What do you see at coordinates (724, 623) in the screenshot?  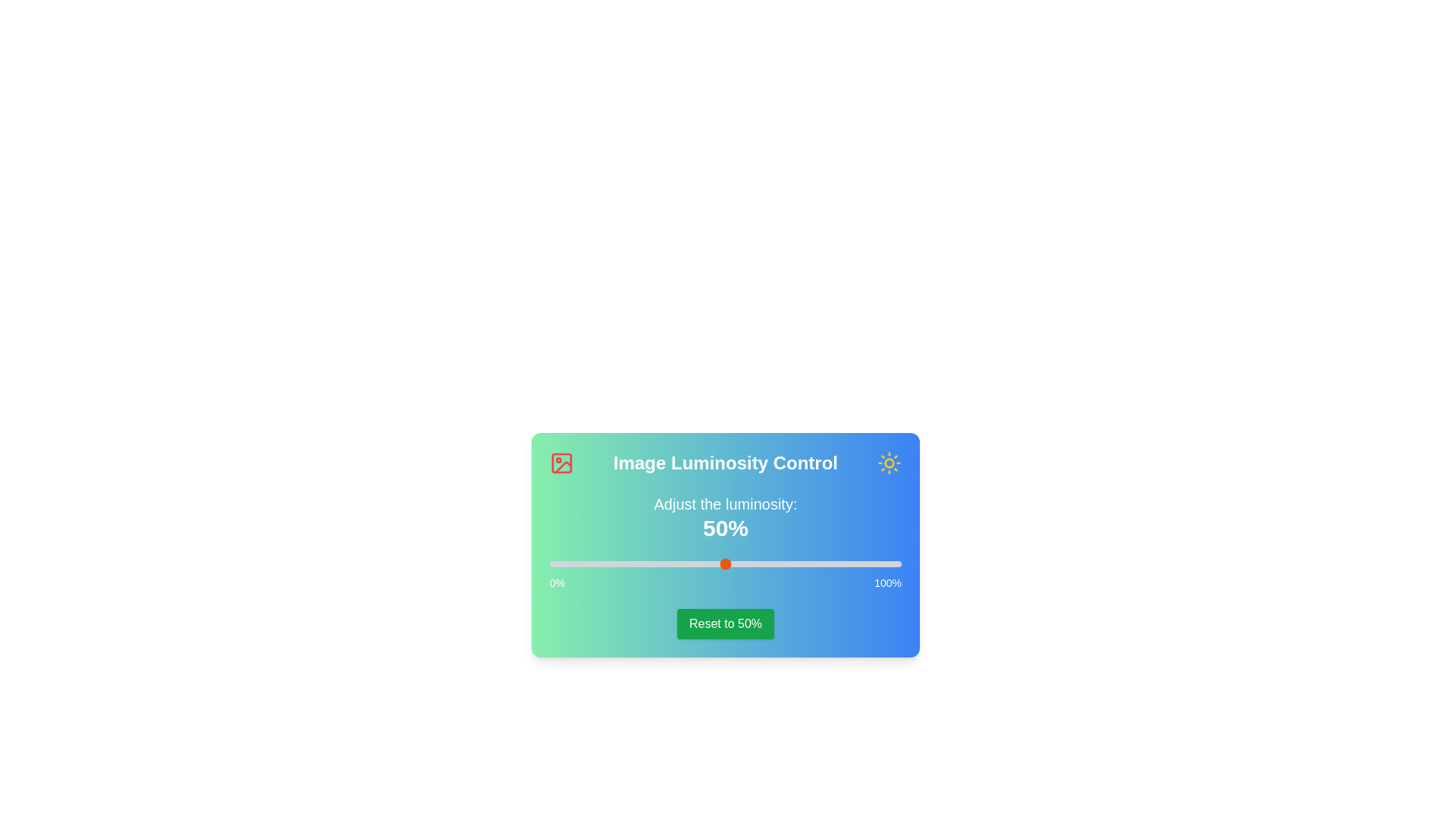 I see `'Reset to 50%' button to reset the luminosity to 50%` at bounding box center [724, 623].